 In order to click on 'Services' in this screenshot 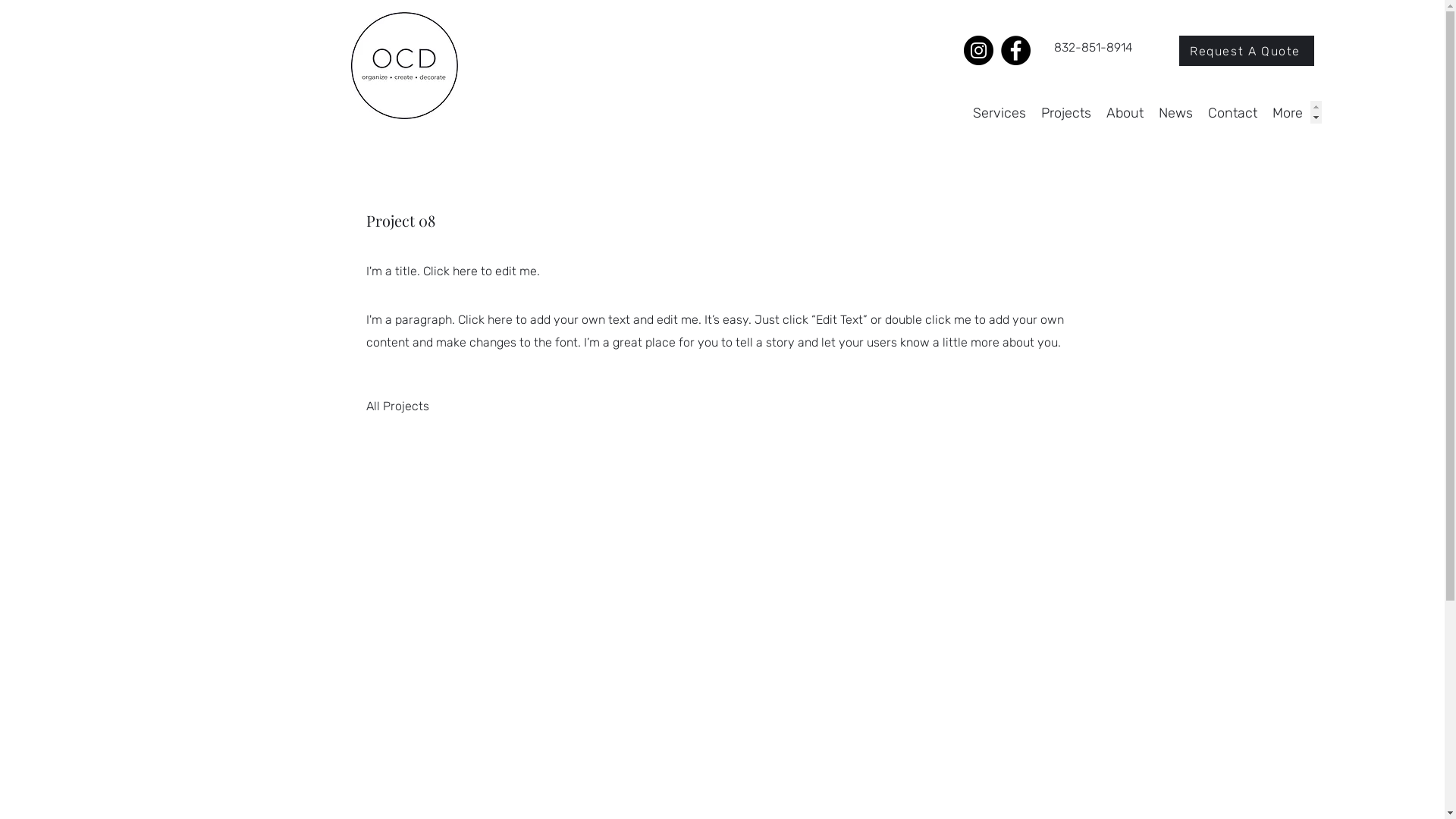, I will do `click(999, 111)`.